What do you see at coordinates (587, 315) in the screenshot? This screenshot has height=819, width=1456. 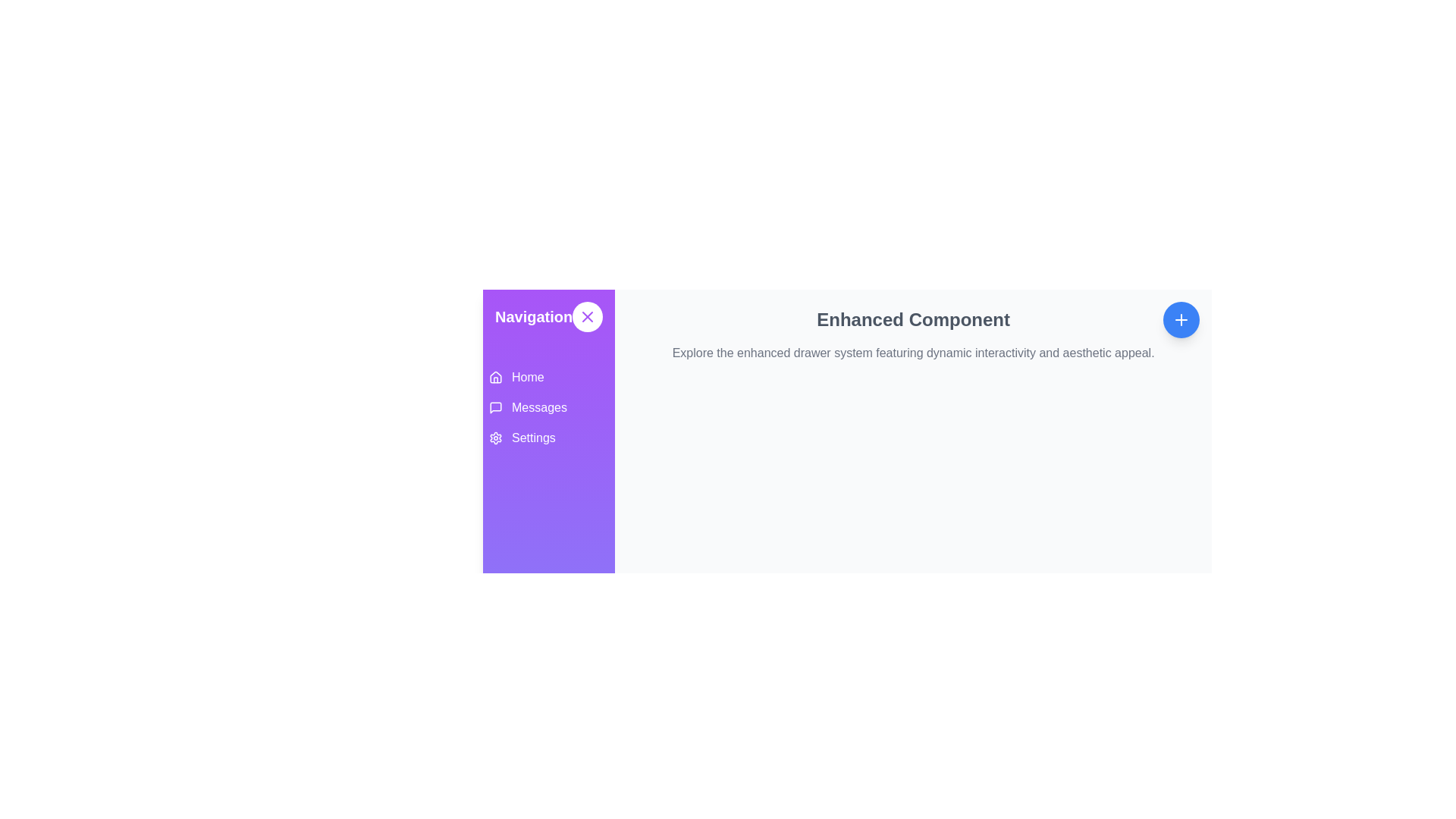 I see `the purple circular button with a white 'X' in the center, located in the vertical navigation panel near the top right corner` at bounding box center [587, 315].